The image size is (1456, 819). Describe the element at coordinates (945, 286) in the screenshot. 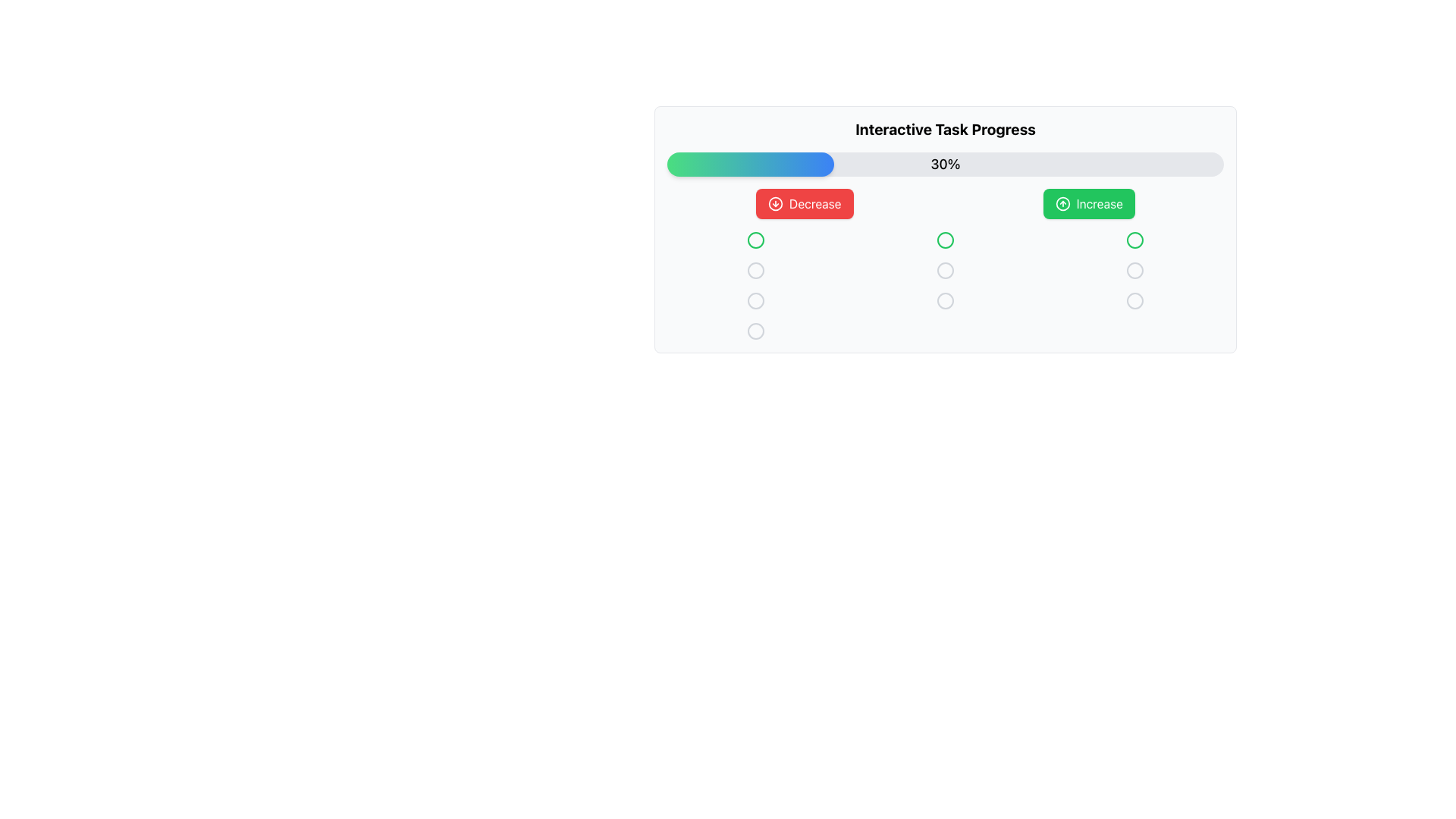

I see `the statuses represented by the nine circular icons in the grid layout located beneath the progress bar and buttons` at that location.